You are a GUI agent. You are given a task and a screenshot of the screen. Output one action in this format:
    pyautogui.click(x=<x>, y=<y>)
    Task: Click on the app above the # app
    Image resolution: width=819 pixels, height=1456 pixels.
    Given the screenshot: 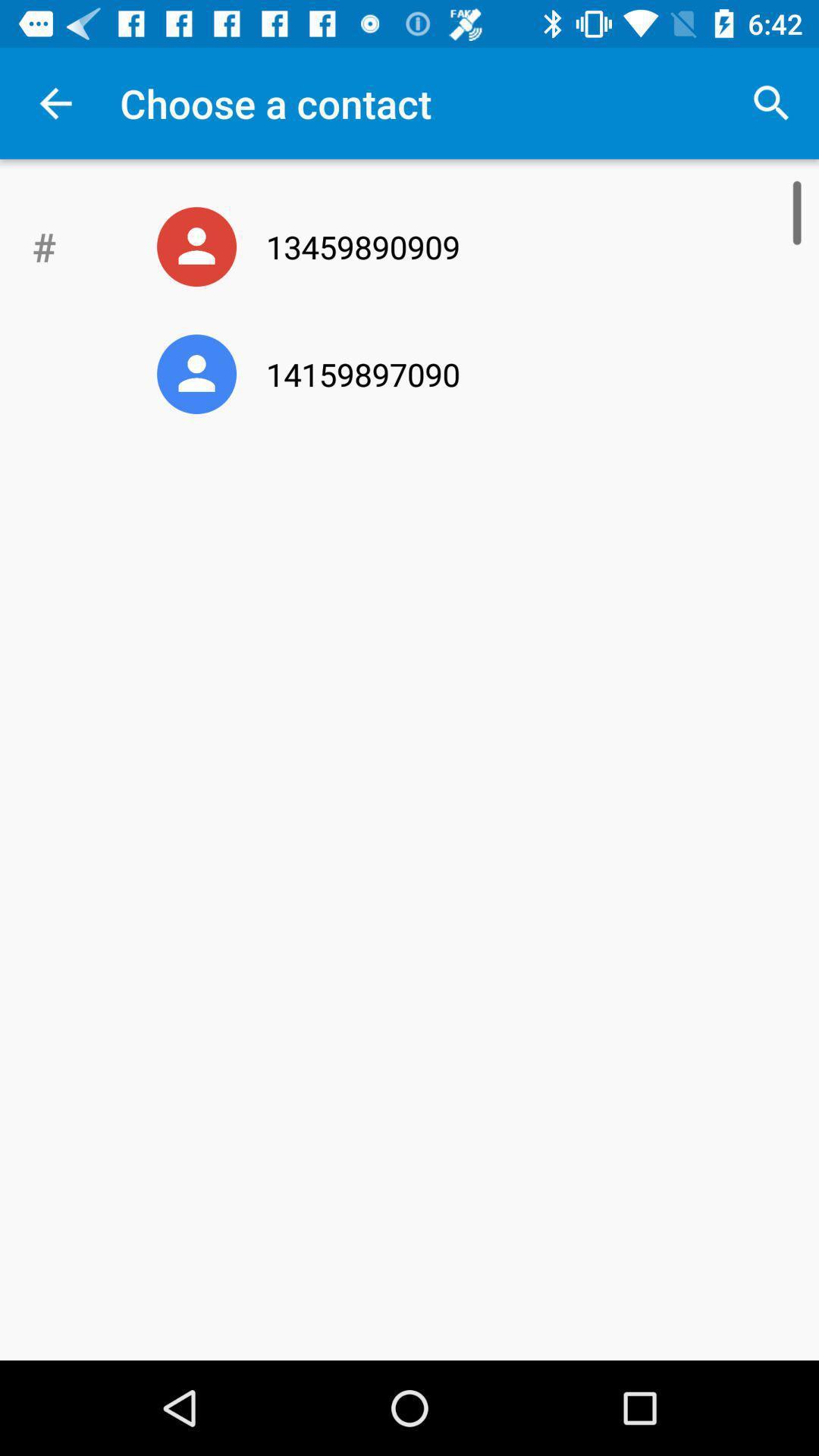 What is the action you would take?
    pyautogui.click(x=55, y=102)
    